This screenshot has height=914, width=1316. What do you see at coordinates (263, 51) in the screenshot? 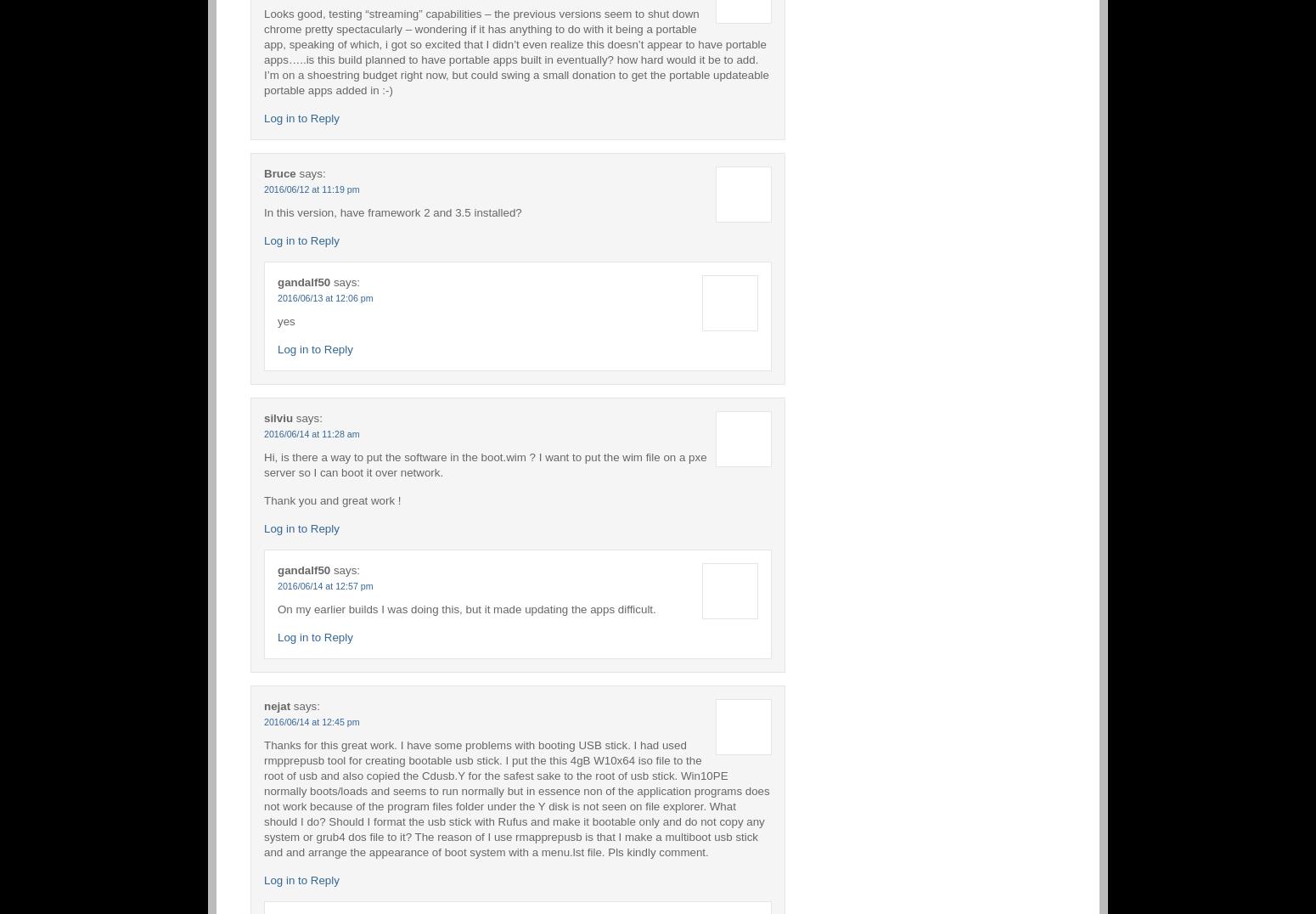
I see `'Looks good, testing “streaming” capabilities – the previous versions seem to shut down chrome pretty spectacularly – wondering if it has anything to do with it being a portable app, speaking of which, i got so excited that I didn’t even realize this doesn’t appear to have portable apps…..is this build planned to have portable apps built in eventually? how hard would it be to add. I’m on a shoestring budget right now, but could swing a small donation to get the portable updateable portable apps added in :-)'` at bounding box center [263, 51].